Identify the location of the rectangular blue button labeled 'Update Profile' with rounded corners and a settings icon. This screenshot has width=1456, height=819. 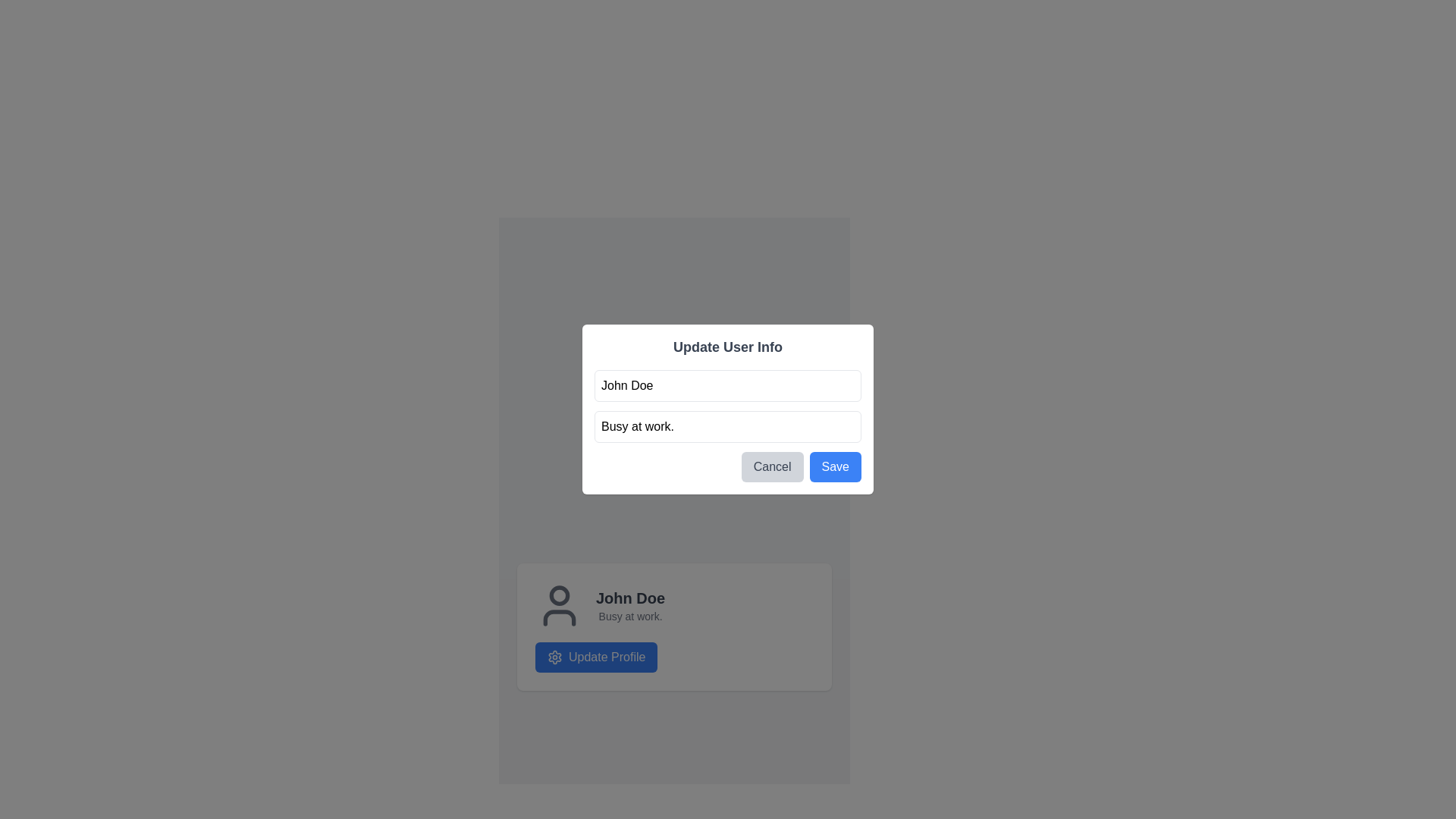
(595, 657).